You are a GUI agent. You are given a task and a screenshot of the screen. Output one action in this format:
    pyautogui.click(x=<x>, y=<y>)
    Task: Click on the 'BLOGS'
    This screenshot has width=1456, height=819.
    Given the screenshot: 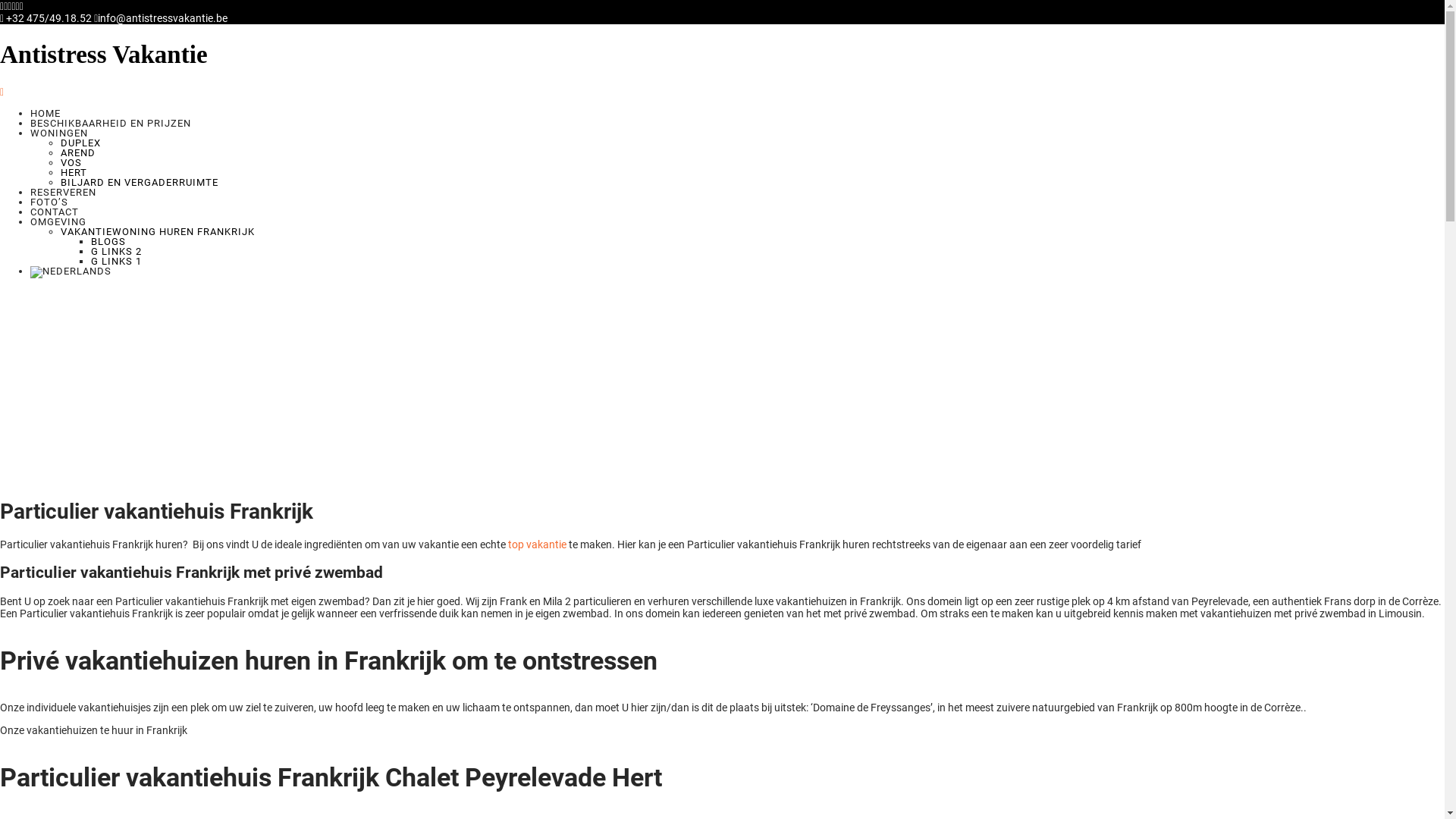 What is the action you would take?
    pyautogui.click(x=108, y=240)
    